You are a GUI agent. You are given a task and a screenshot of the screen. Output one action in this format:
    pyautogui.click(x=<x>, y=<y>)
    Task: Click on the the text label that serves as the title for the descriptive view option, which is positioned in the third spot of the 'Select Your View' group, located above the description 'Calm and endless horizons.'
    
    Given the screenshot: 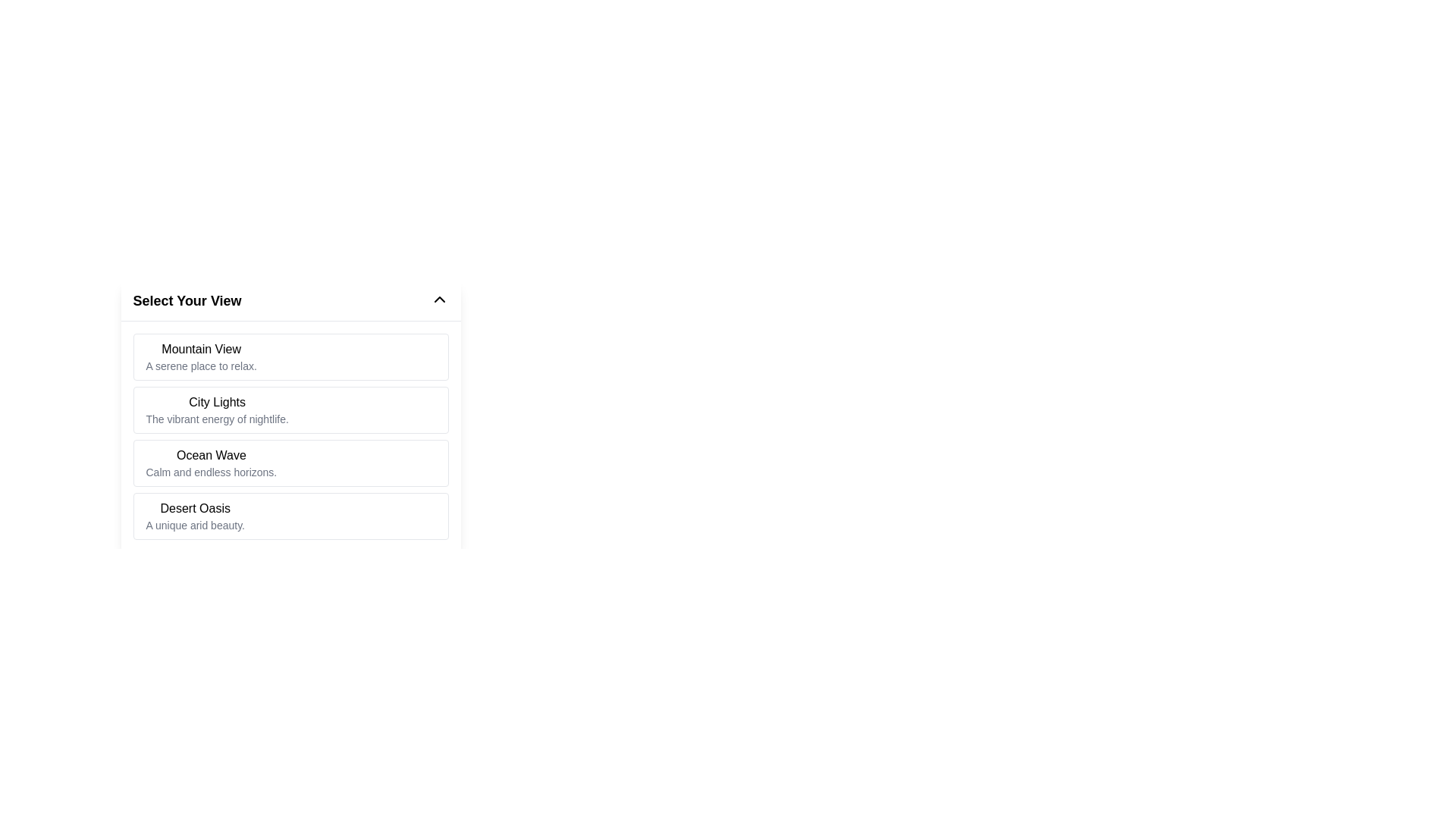 What is the action you would take?
    pyautogui.click(x=210, y=455)
    